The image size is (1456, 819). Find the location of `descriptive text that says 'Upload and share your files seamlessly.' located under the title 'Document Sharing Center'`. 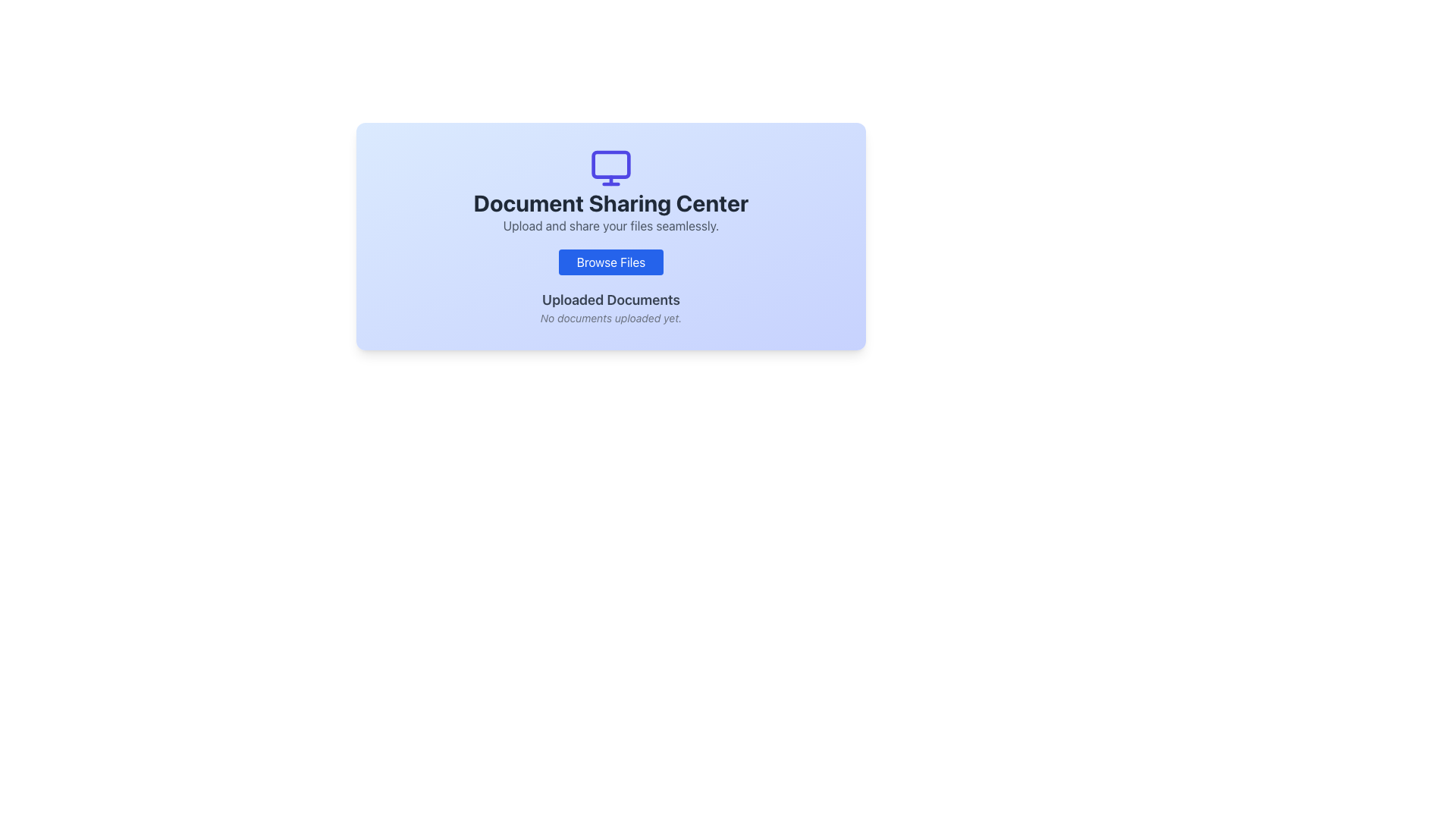

descriptive text that says 'Upload and share your files seamlessly.' located under the title 'Document Sharing Center' is located at coordinates (611, 225).